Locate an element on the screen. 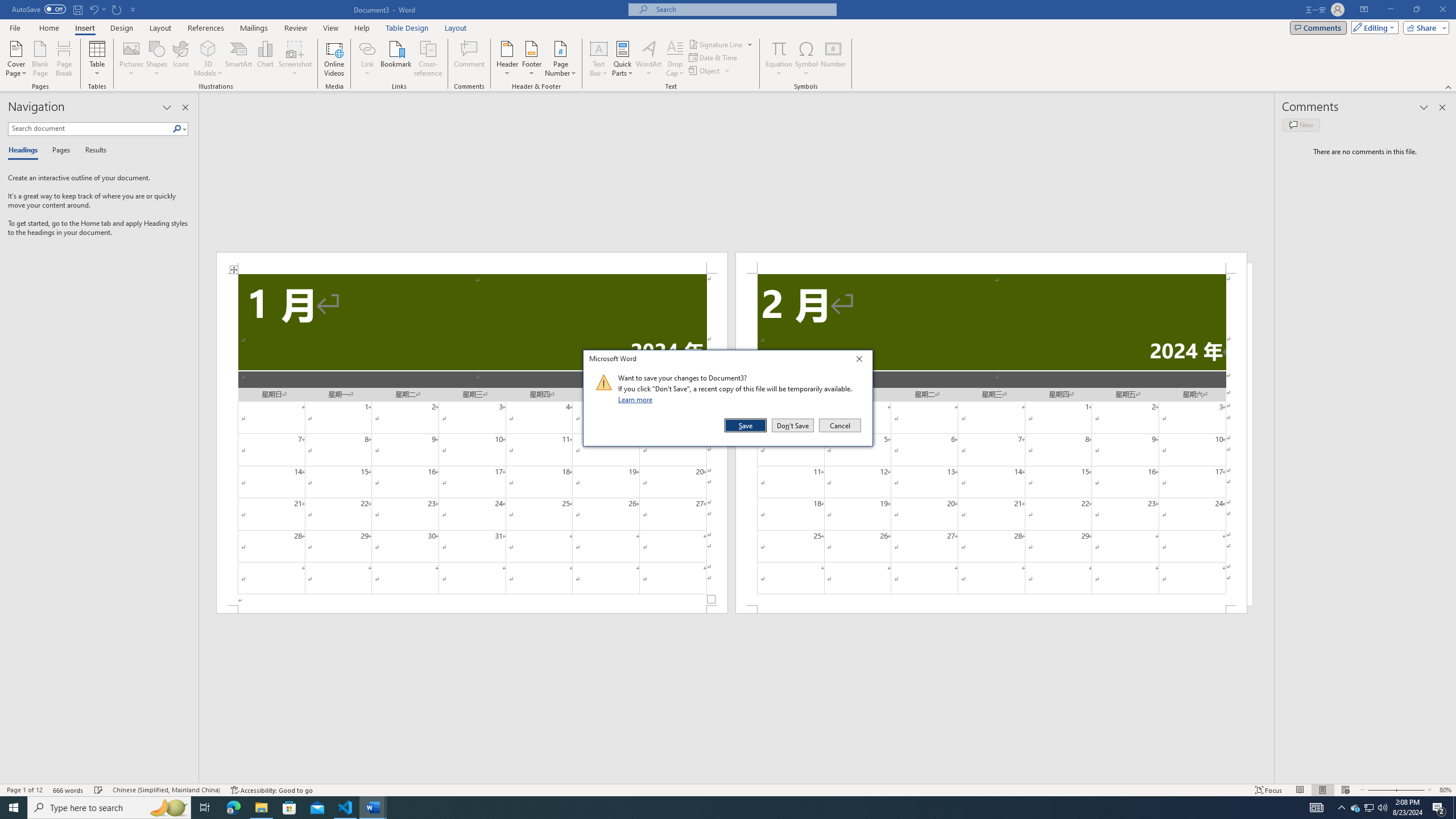 The height and width of the screenshot is (819, 1456). 'Equation' is located at coordinates (779, 59).